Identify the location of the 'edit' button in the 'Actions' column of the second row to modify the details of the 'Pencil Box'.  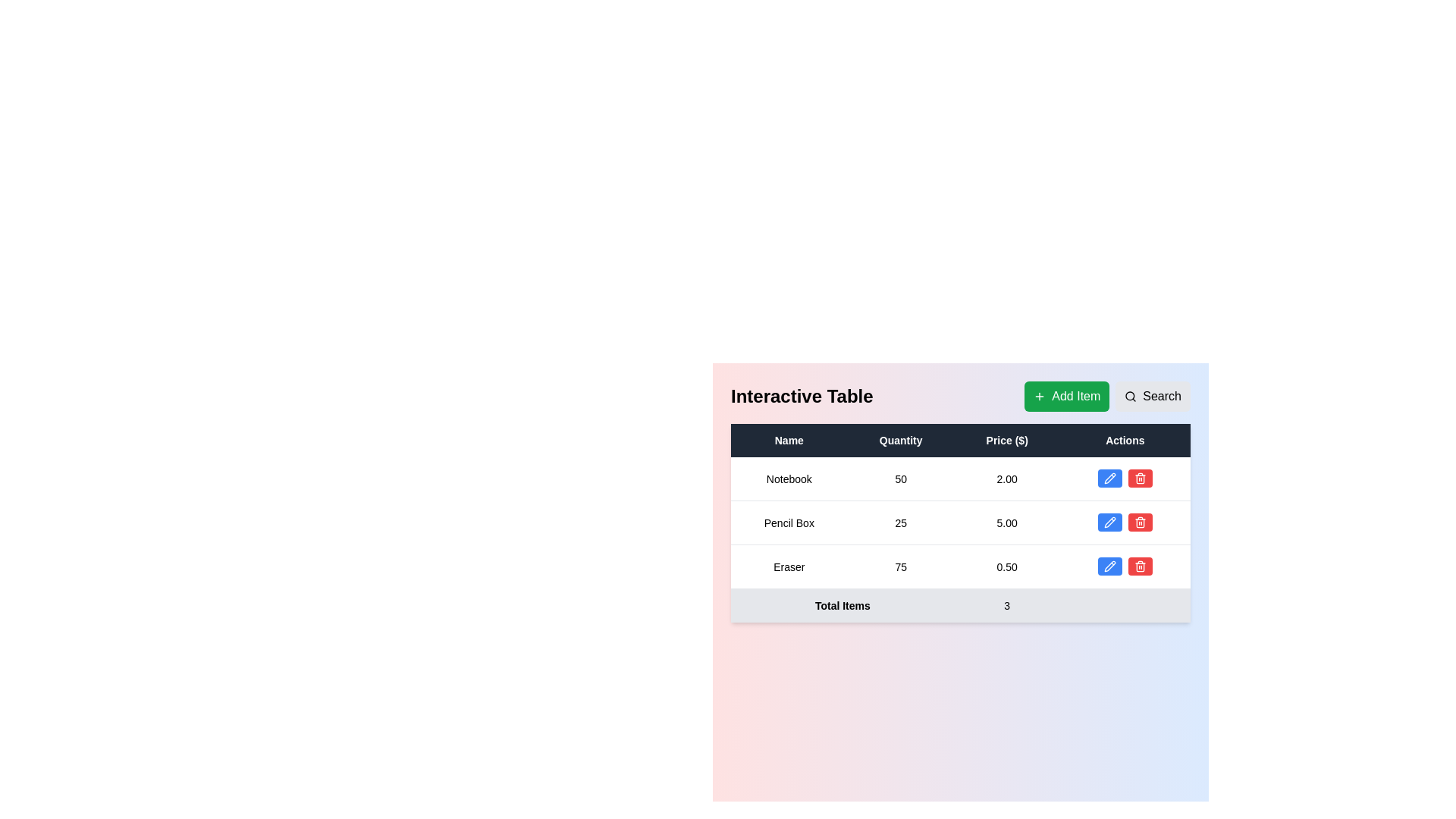
(1109, 522).